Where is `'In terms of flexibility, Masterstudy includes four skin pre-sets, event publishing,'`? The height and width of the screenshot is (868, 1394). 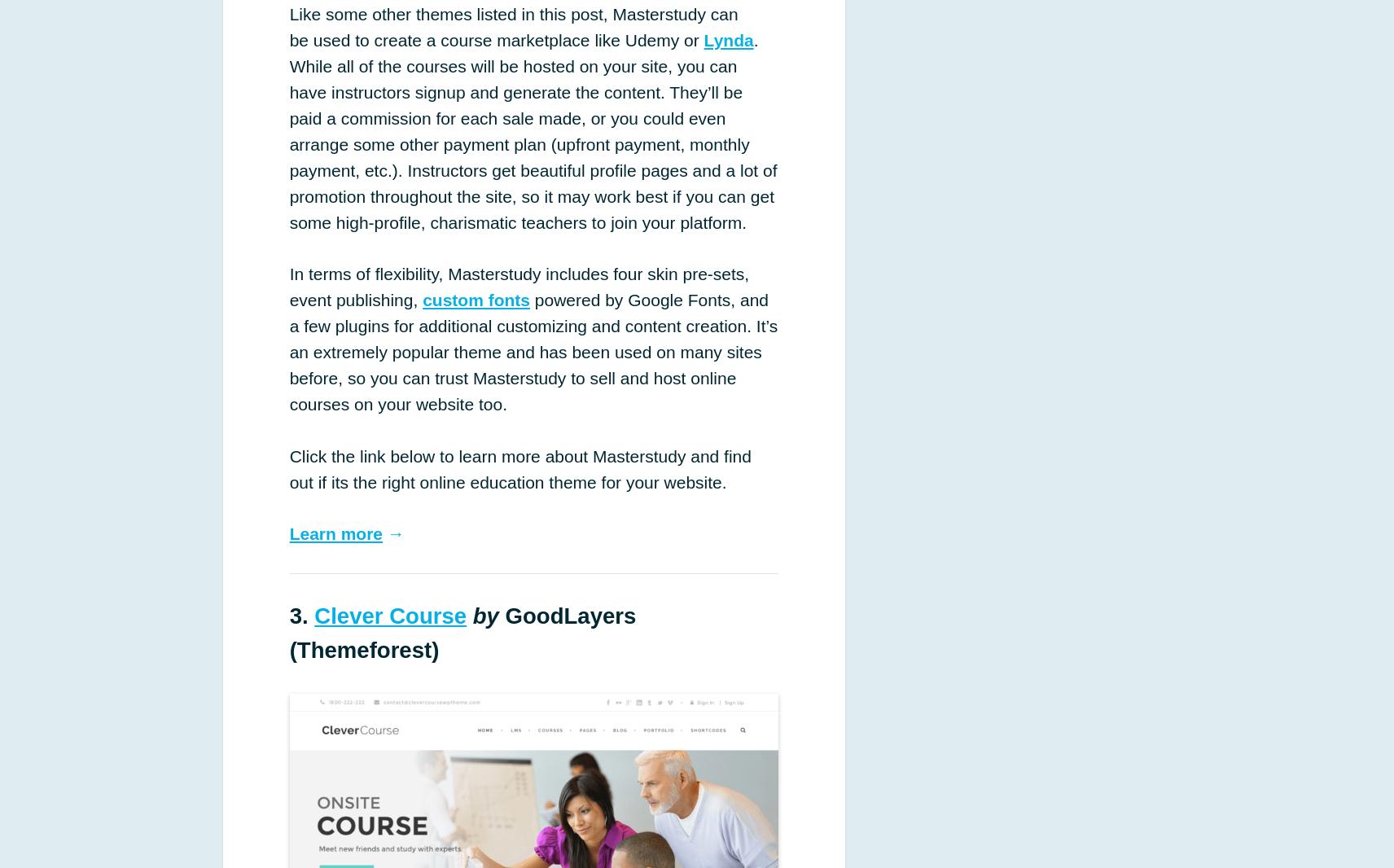 'In terms of flexibility, Masterstudy includes four skin pre-sets, event publishing,' is located at coordinates (518, 287).